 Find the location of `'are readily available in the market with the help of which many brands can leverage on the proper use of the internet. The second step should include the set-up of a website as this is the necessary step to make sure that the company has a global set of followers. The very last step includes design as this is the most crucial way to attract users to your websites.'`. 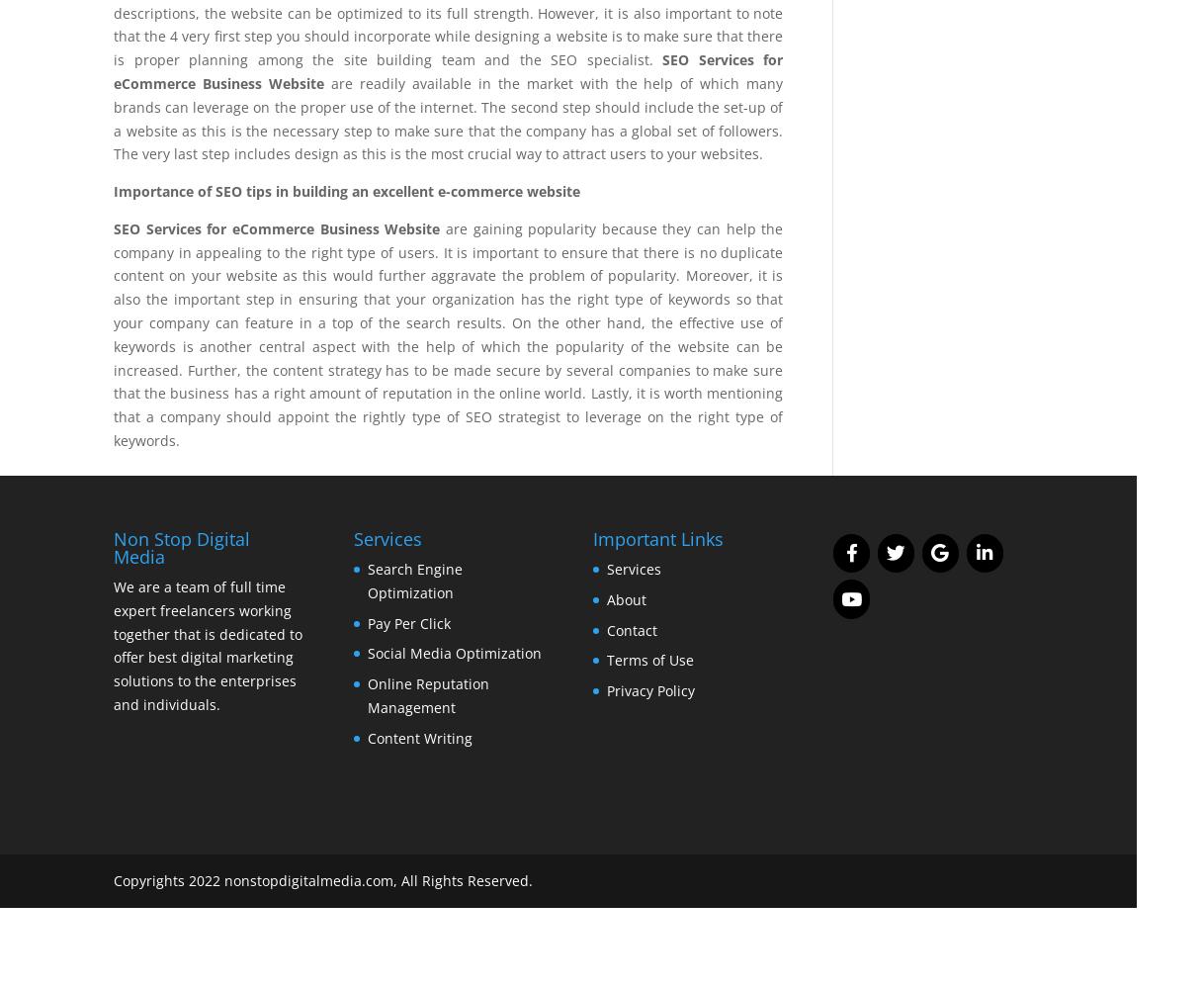

'are readily available in the market with the help of which many brands can leverage on the proper use of the internet. The second step should include the set-up of a website as this is the necessary step to make sure that the company has a global set of followers. The very last step includes design as this is the most crucial way to attract users to your websites.' is located at coordinates (448, 117).